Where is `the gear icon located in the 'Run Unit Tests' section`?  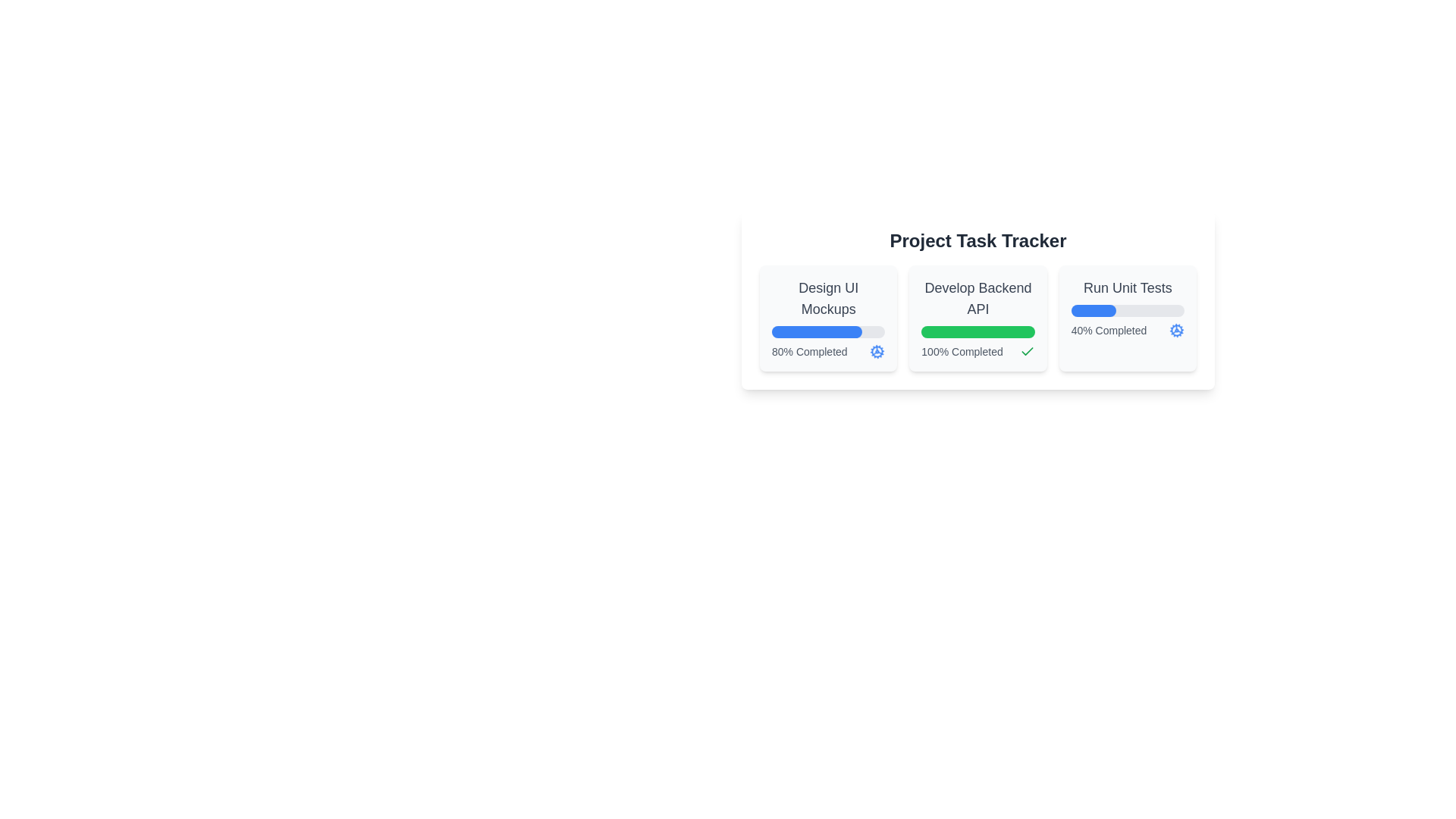 the gear icon located in the 'Run Unit Tests' section is located at coordinates (1175, 329).